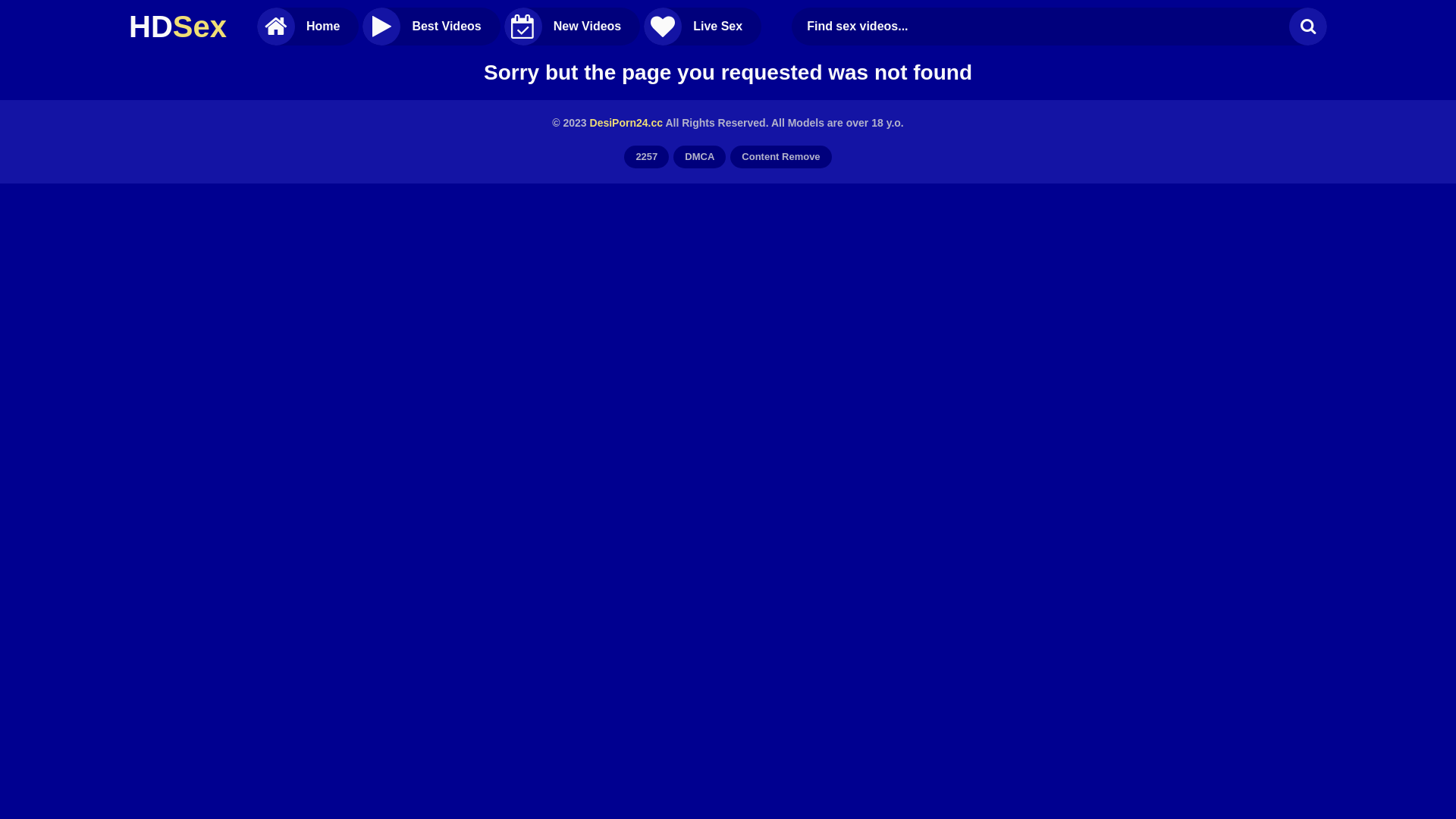 The width and height of the screenshot is (1456, 819). What do you see at coordinates (698, 157) in the screenshot?
I see `'DMCA'` at bounding box center [698, 157].